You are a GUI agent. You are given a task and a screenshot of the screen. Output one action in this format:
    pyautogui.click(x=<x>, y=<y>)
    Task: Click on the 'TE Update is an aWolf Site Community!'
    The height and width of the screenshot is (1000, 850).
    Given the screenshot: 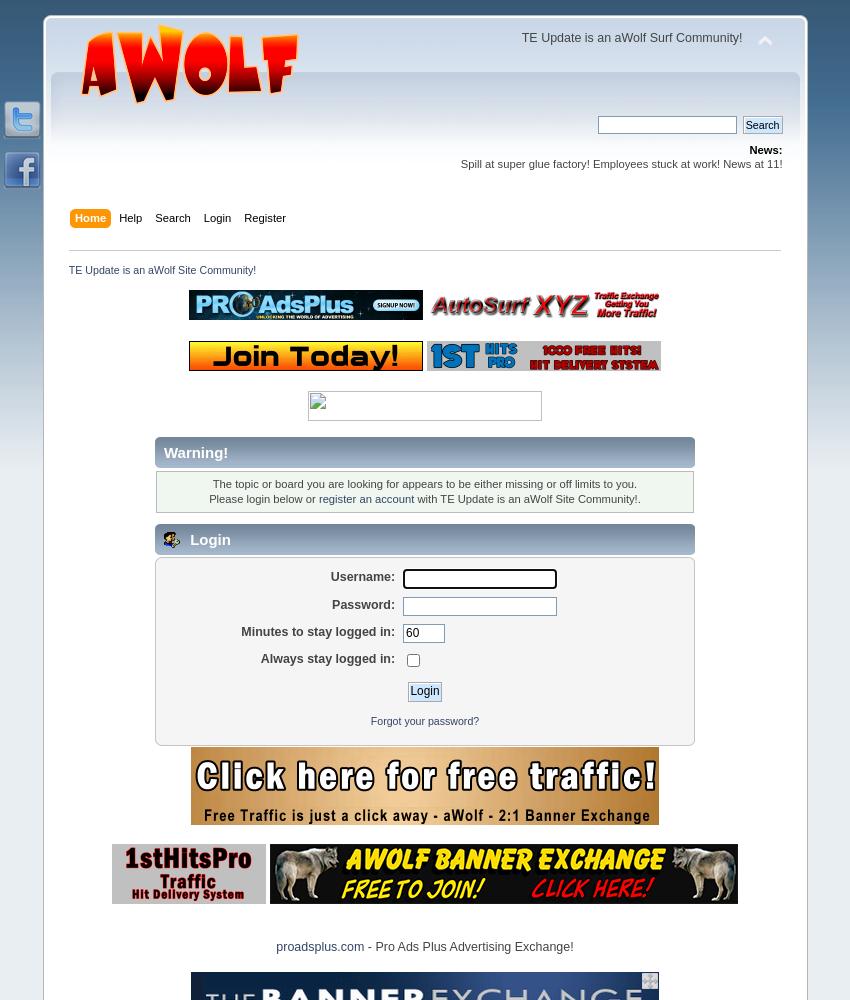 What is the action you would take?
    pyautogui.click(x=162, y=270)
    